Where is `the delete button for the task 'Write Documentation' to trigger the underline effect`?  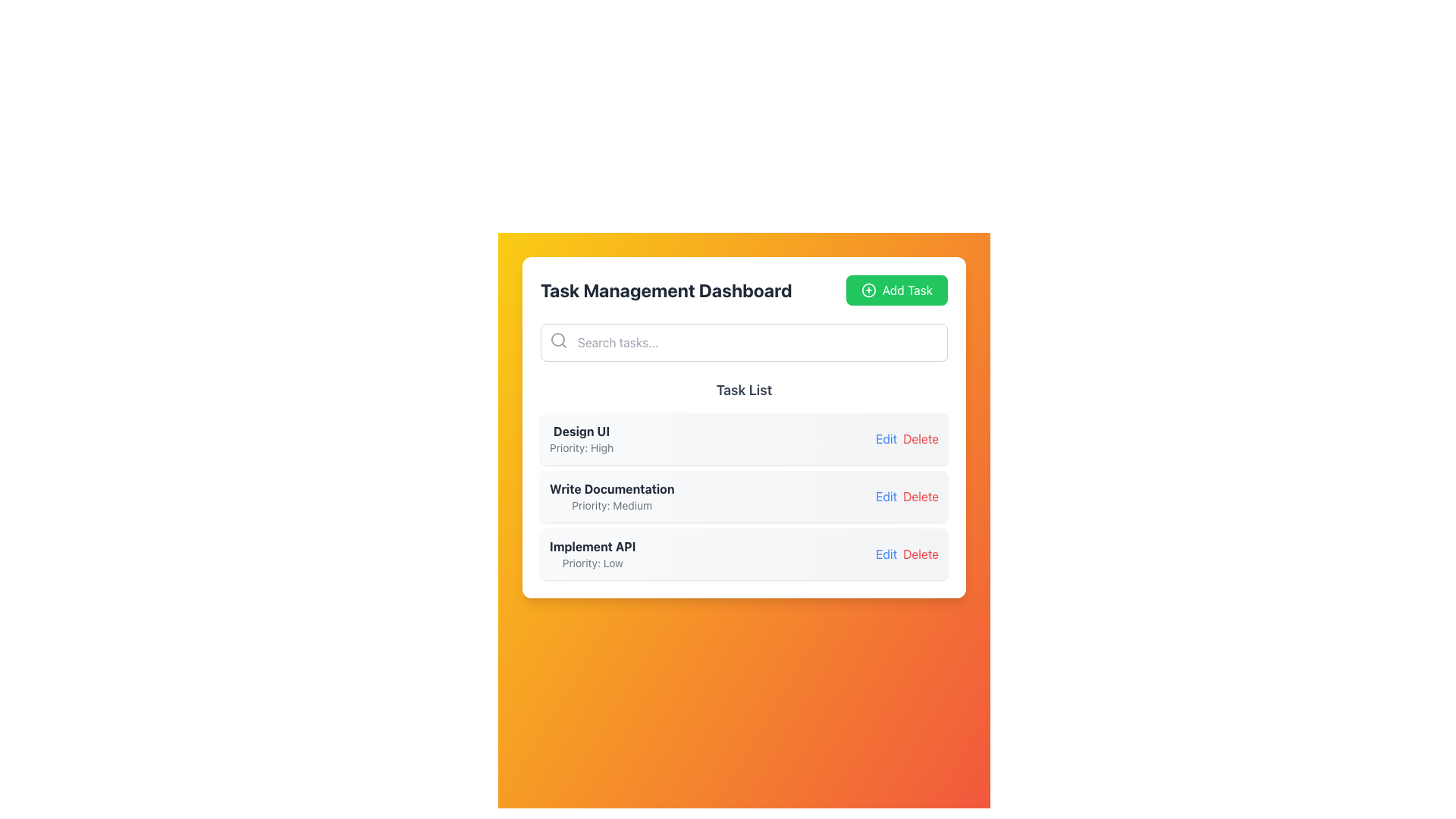 the delete button for the task 'Write Documentation' to trigger the underline effect is located at coordinates (920, 497).